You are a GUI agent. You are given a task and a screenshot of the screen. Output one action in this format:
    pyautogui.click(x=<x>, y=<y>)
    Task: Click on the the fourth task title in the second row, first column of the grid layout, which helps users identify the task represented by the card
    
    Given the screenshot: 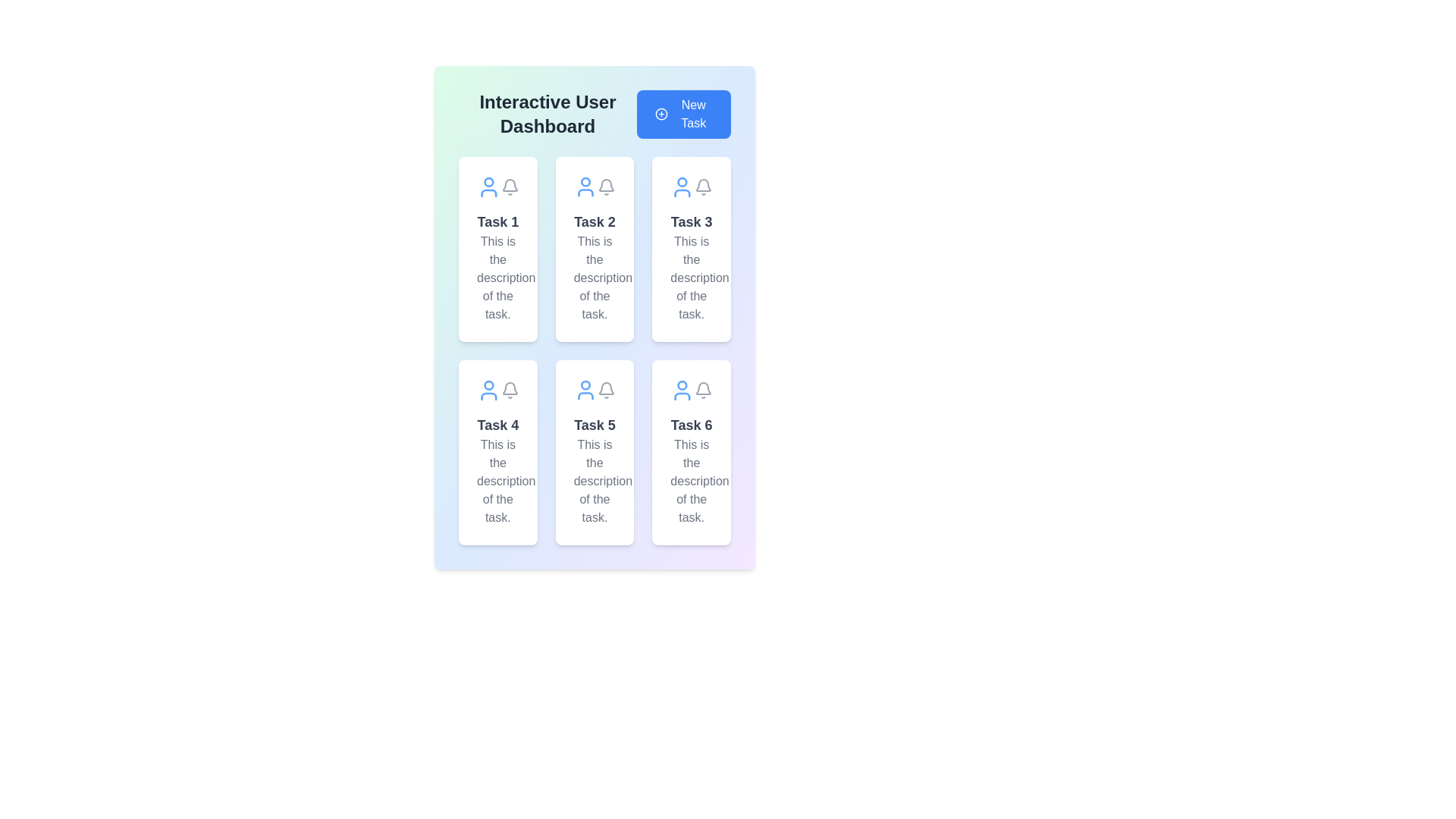 What is the action you would take?
    pyautogui.click(x=497, y=425)
    